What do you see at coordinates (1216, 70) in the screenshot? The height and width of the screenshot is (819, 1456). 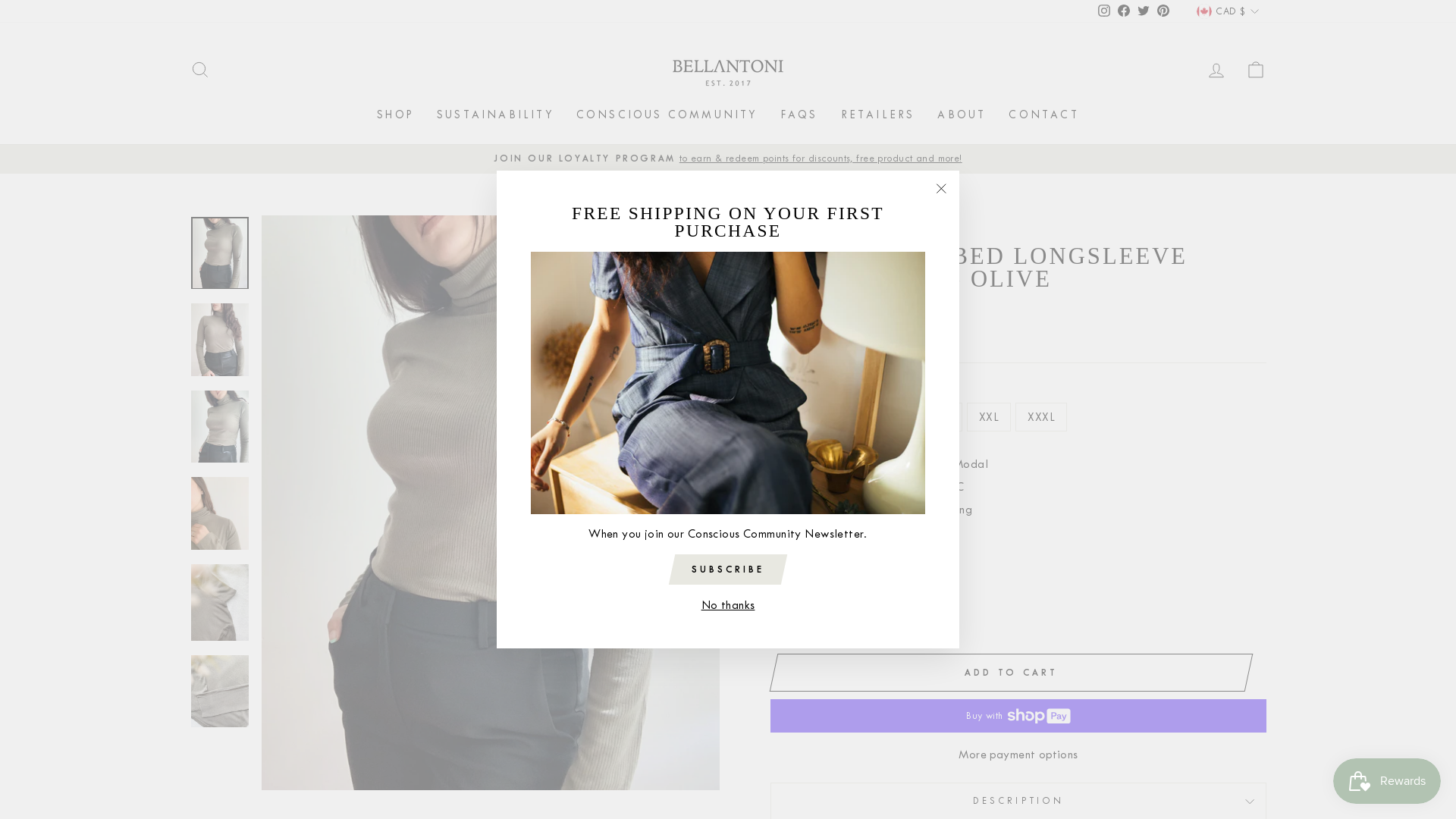 I see `'LOG IN'` at bounding box center [1216, 70].